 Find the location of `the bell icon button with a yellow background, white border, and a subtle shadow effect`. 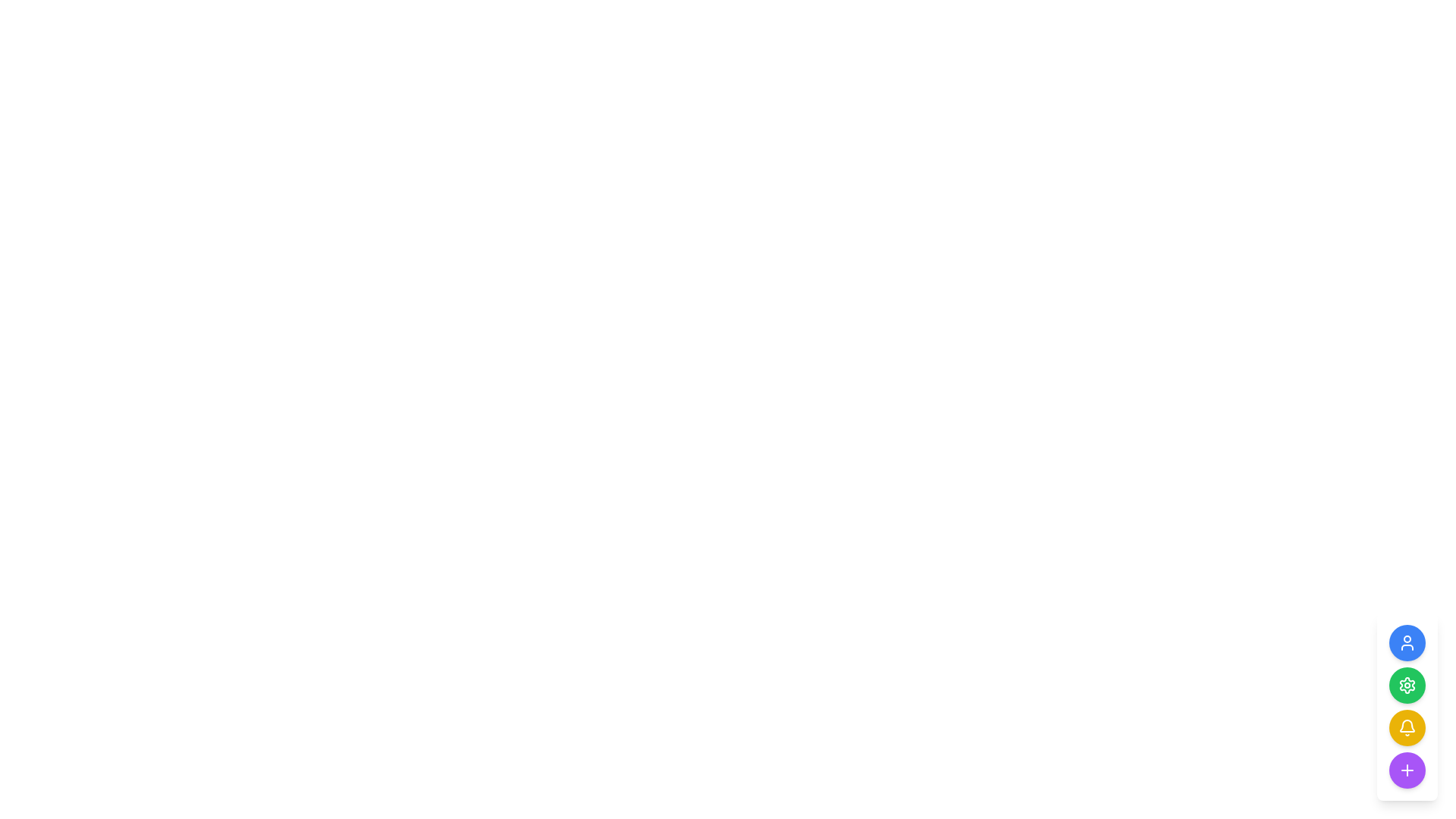

the bell icon button with a yellow background, white border, and a subtle shadow effect is located at coordinates (1407, 727).